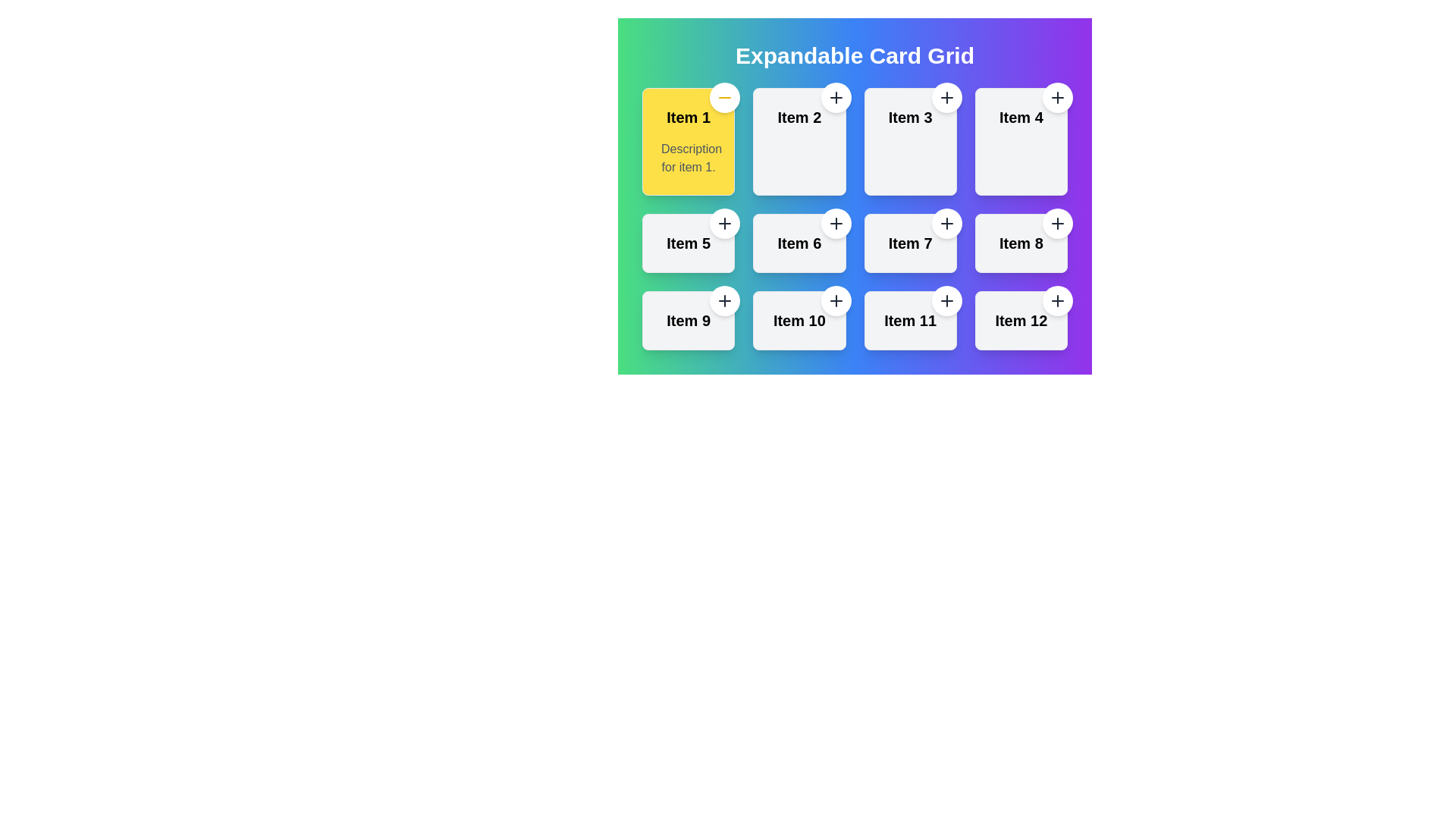 The image size is (1456, 819). I want to click on the displayed text in the text label that identifies the twelfth card in a 4x3 grid layout, so click(1021, 320).